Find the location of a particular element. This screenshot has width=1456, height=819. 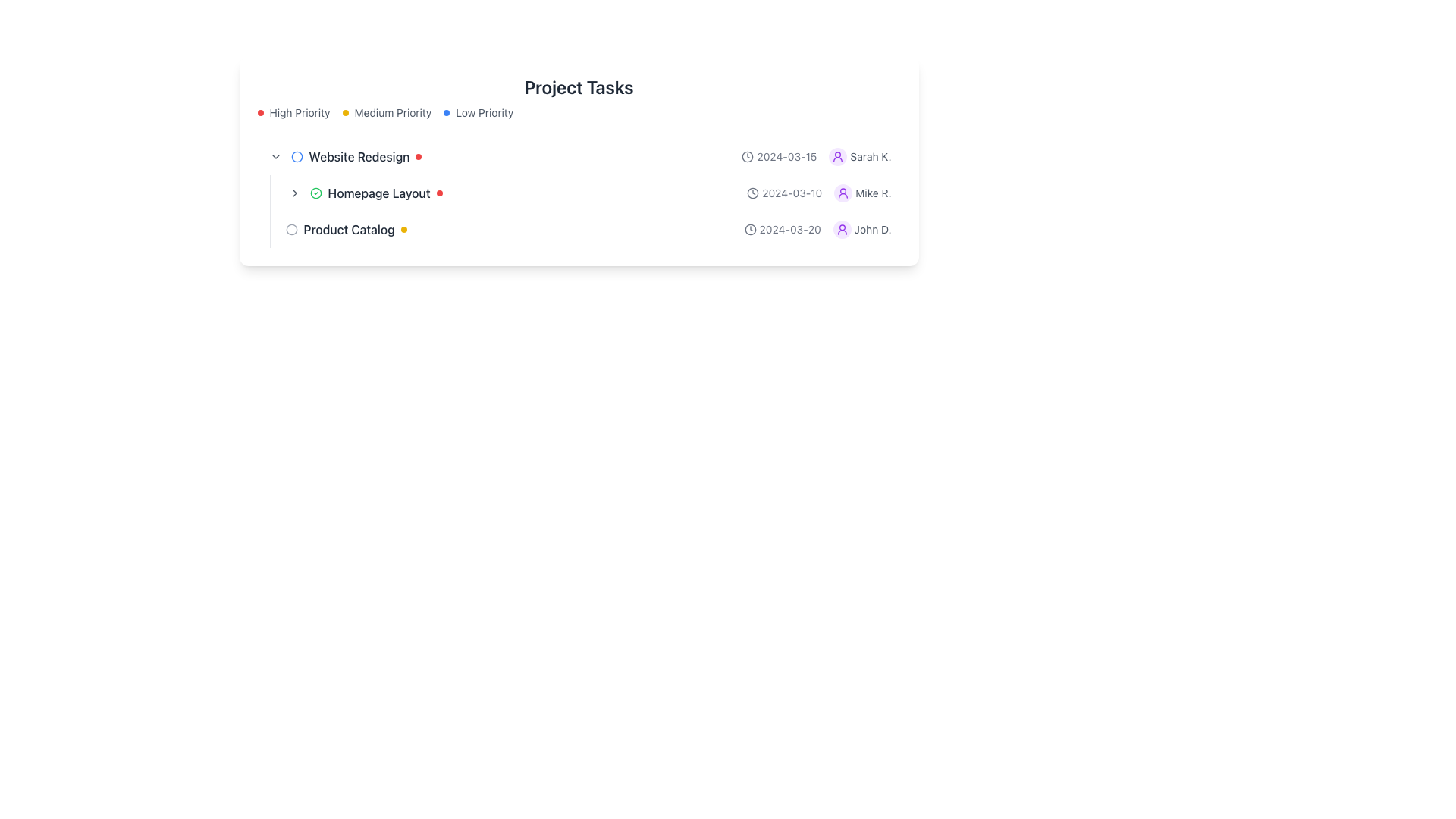

the SVG Circle Element that is part of the clock icon beside the date '2024-03-15' in the task list interface is located at coordinates (748, 157).